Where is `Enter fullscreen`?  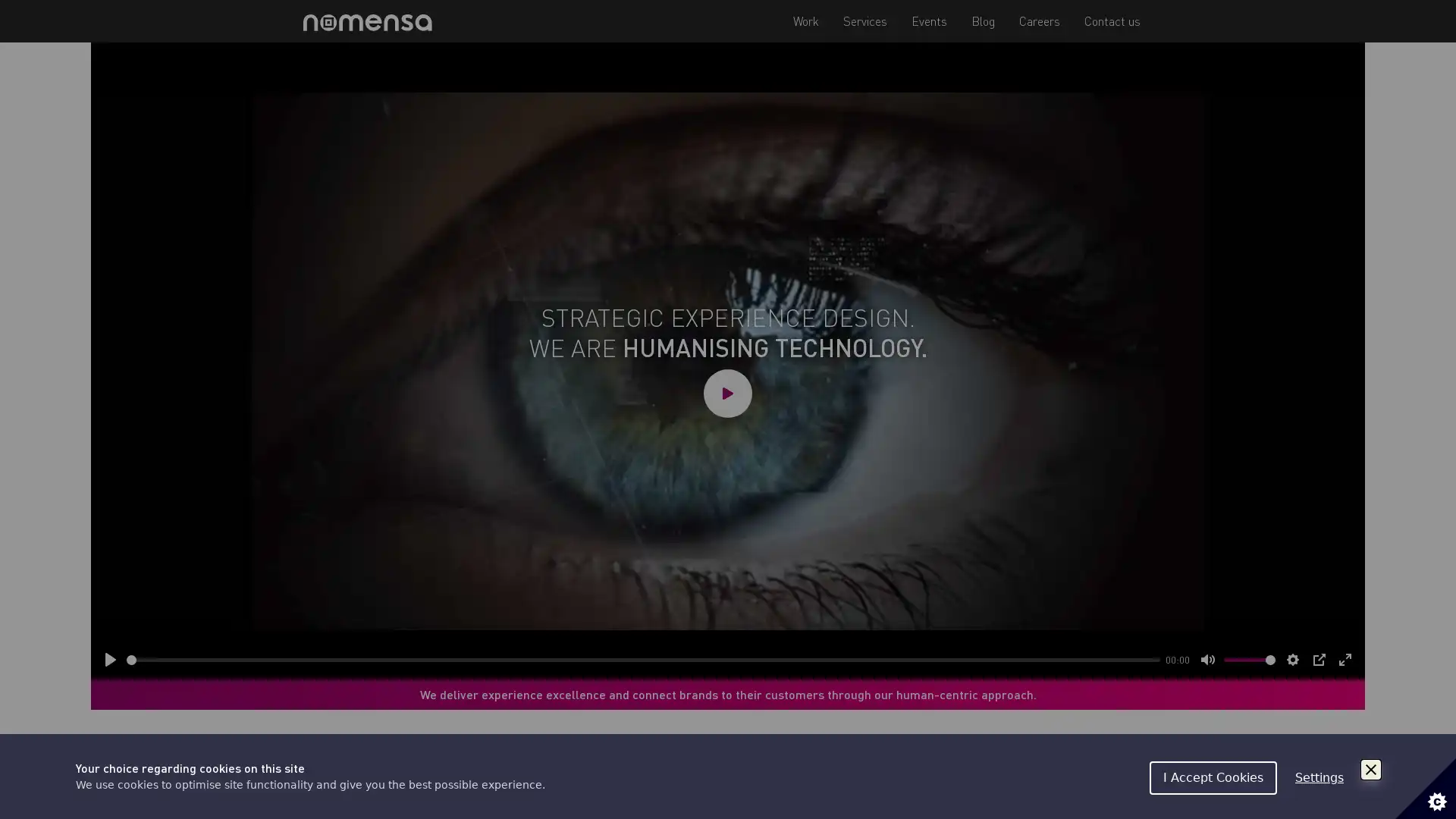
Enter fullscreen is located at coordinates (1345, 659).